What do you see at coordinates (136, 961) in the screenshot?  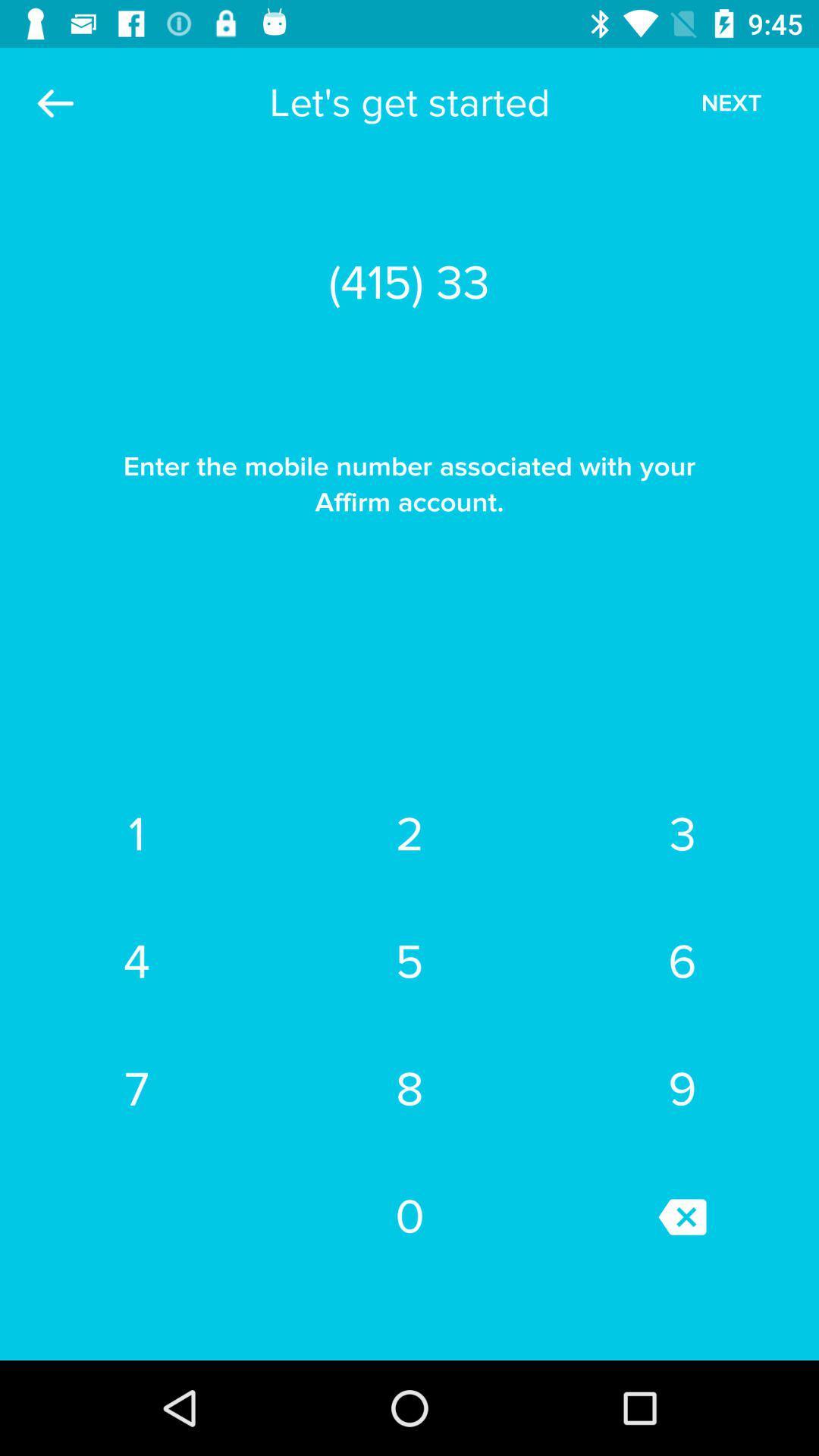 I see `item above the 7 item` at bounding box center [136, 961].